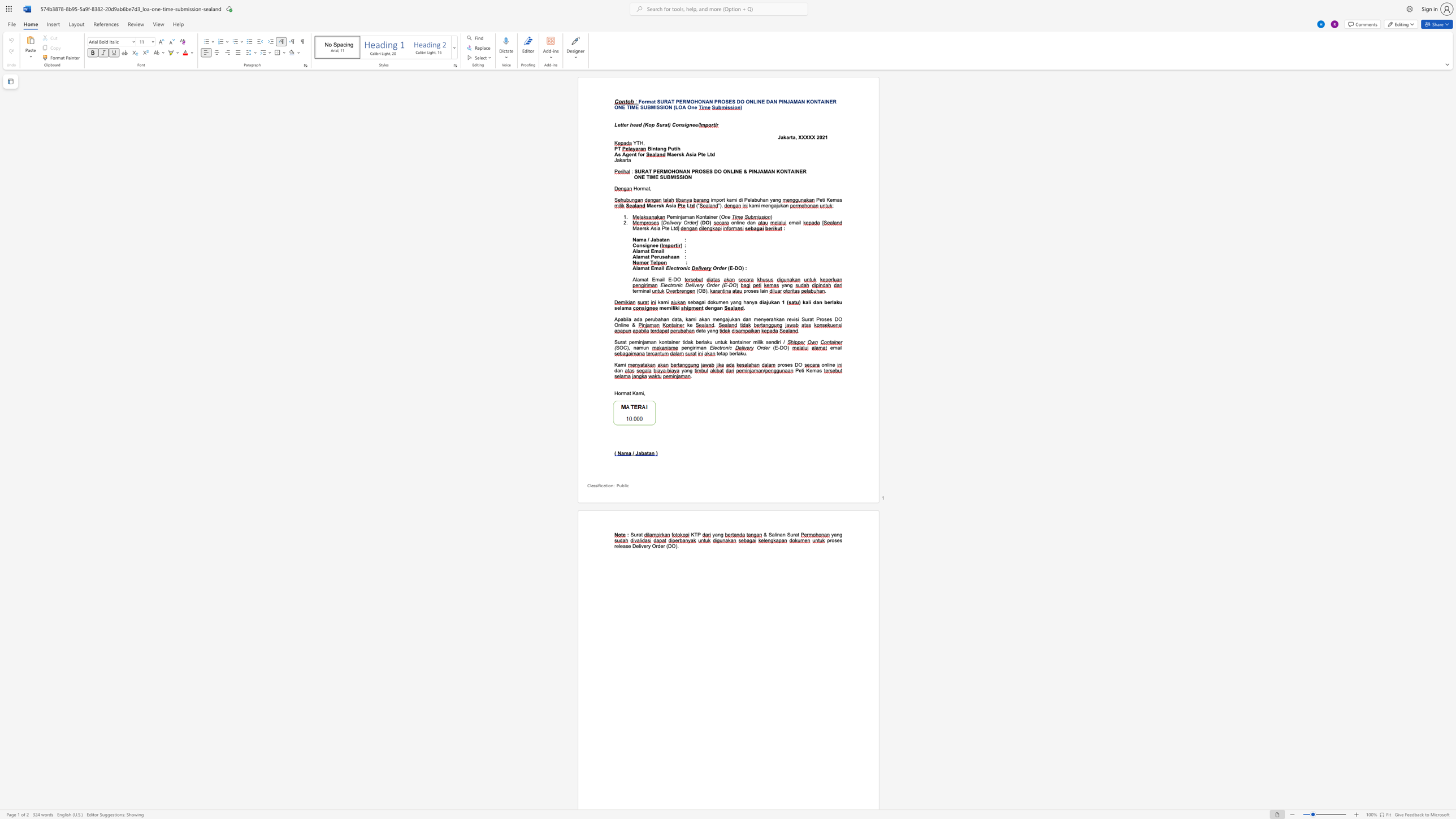  Describe the element at coordinates (709, 347) in the screenshot. I see `the subset text "Electroni" within the text "Electronic"` at that location.